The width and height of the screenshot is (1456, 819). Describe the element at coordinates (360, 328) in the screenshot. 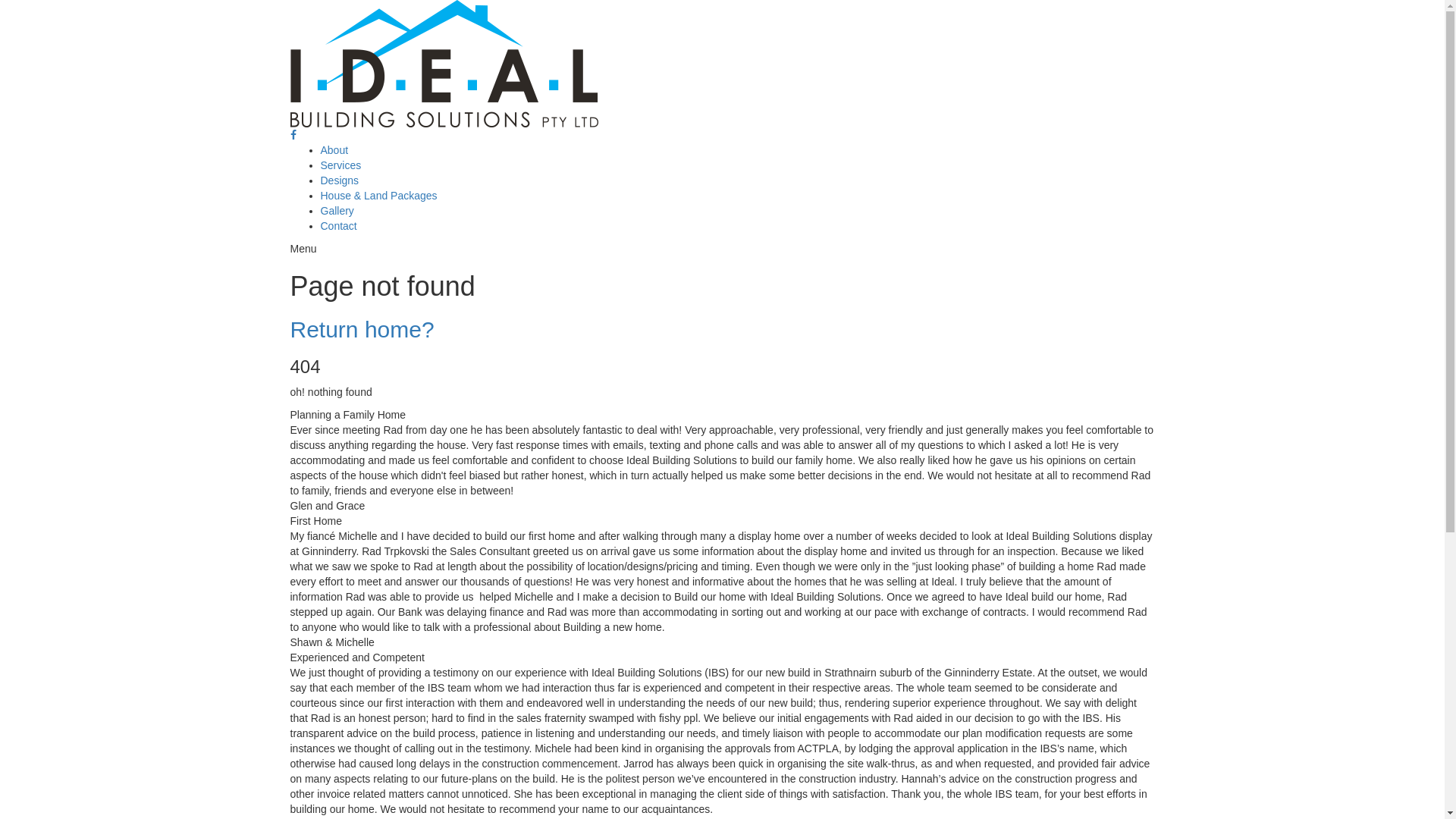

I see `'Return home?'` at that location.